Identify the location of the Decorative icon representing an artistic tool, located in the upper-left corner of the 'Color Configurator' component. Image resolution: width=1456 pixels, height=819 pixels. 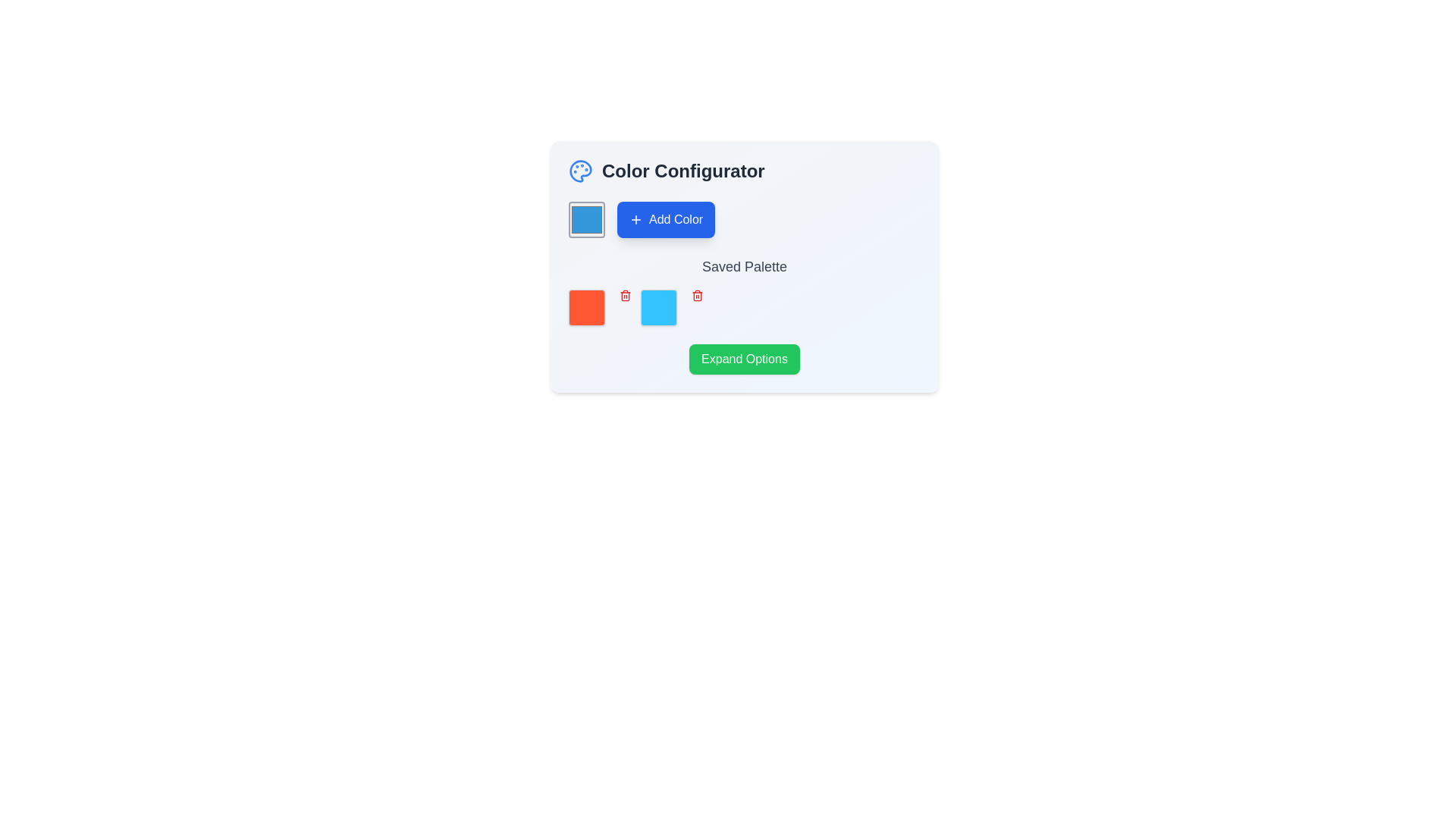
(580, 171).